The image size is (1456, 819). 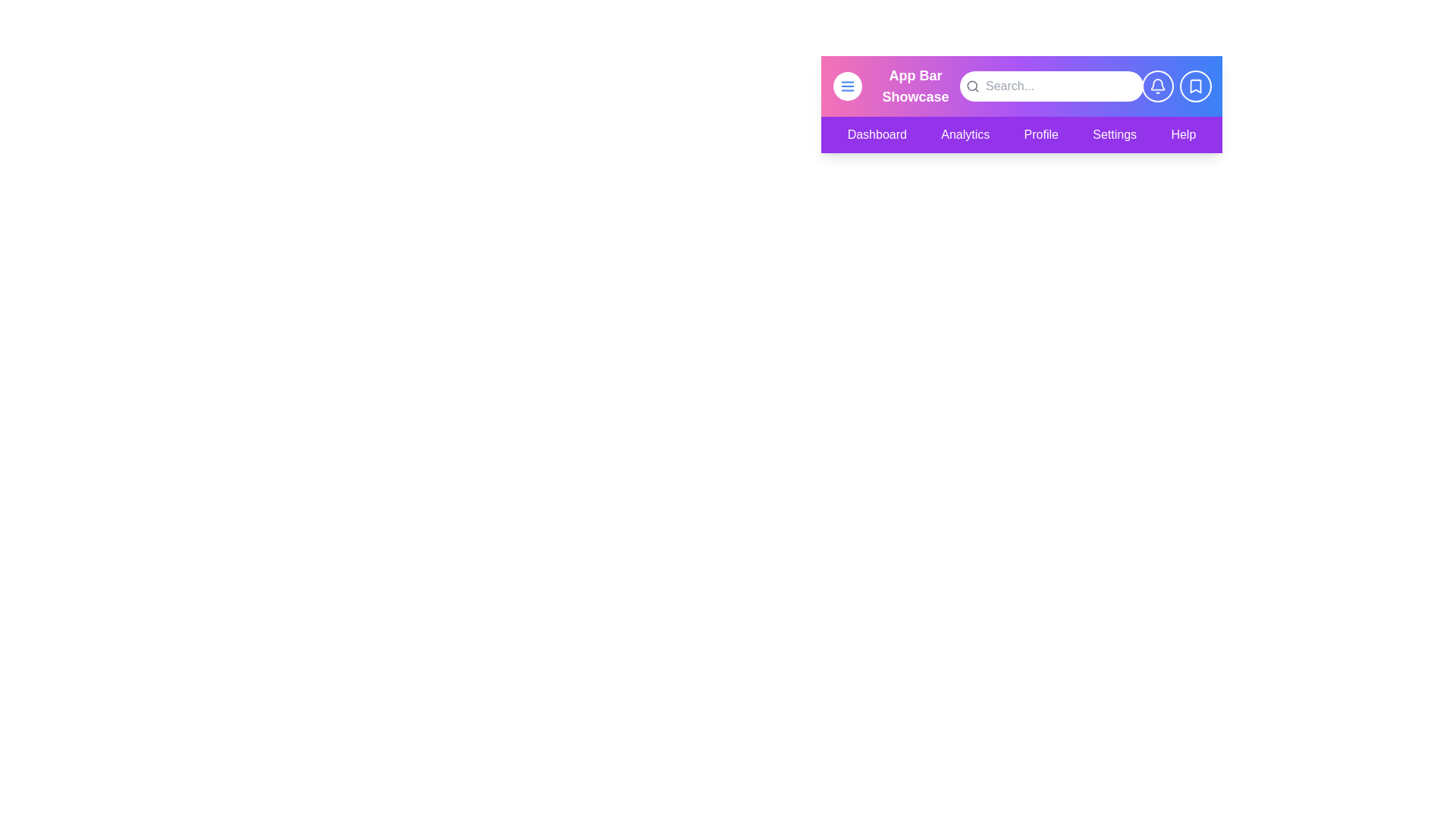 What do you see at coordinates (1061, 86) in the screenshot?
I see `the search field and type the desired text` at bounding box center [1061, 86].